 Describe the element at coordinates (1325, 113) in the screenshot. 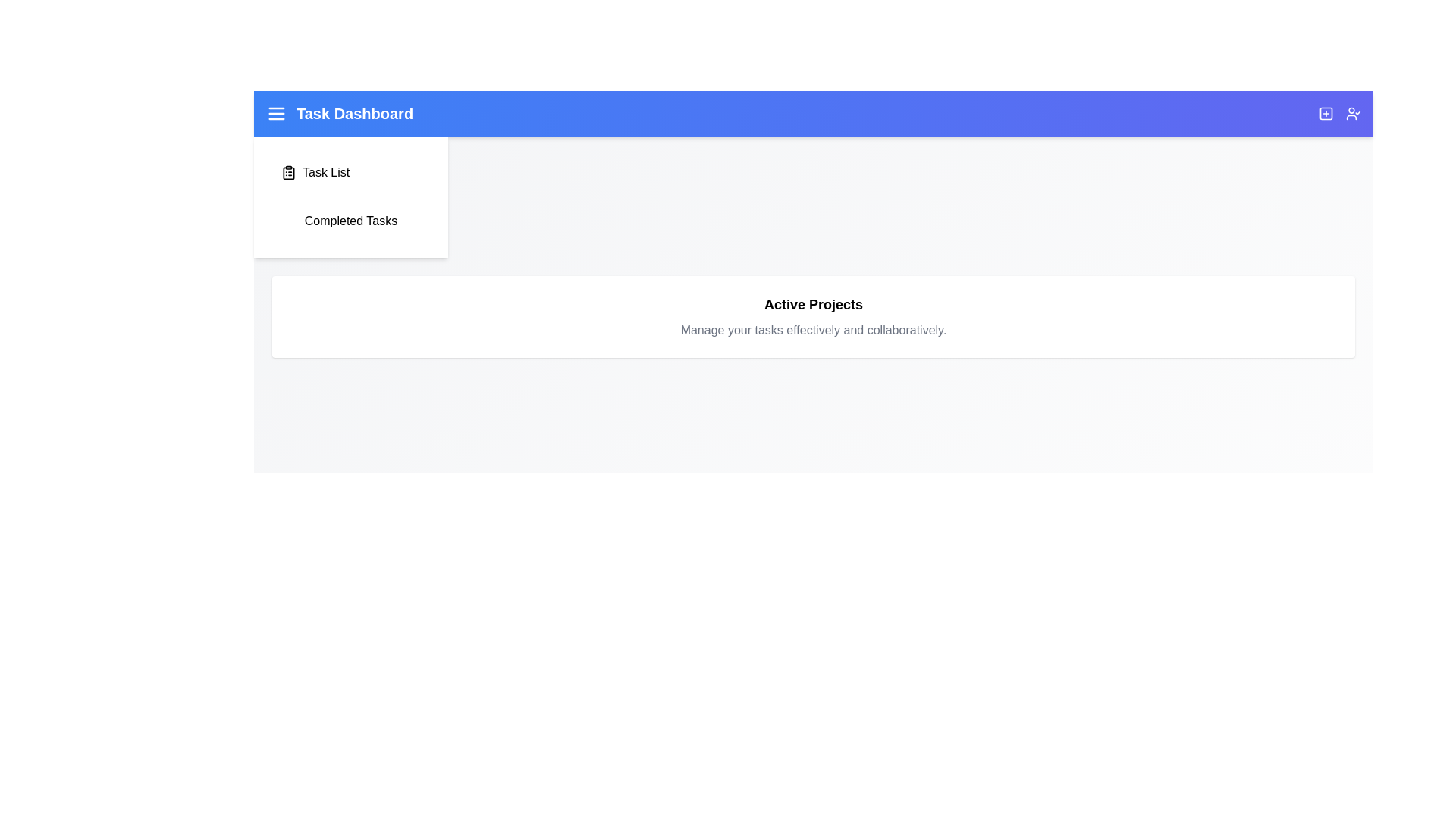

I see `the 'Add New Task' button in the navigation bar` at that location.